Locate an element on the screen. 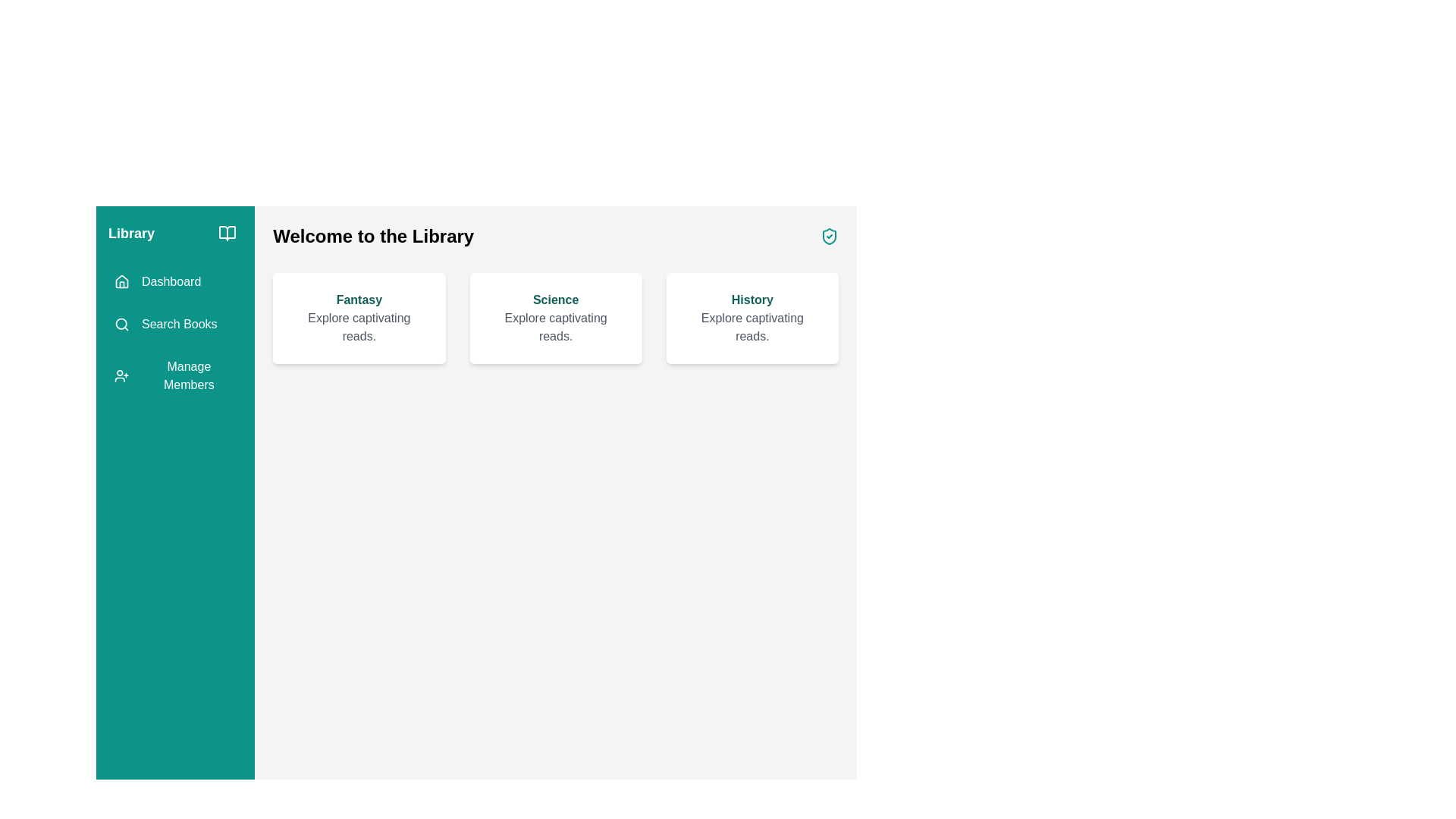 The width and height of the screenshot is (1456, 819). the 'Search Books' button, which is a teal button with rounded corners located below the 'Dashboard' item in the left sidebar is located at coordinates (165, 324).